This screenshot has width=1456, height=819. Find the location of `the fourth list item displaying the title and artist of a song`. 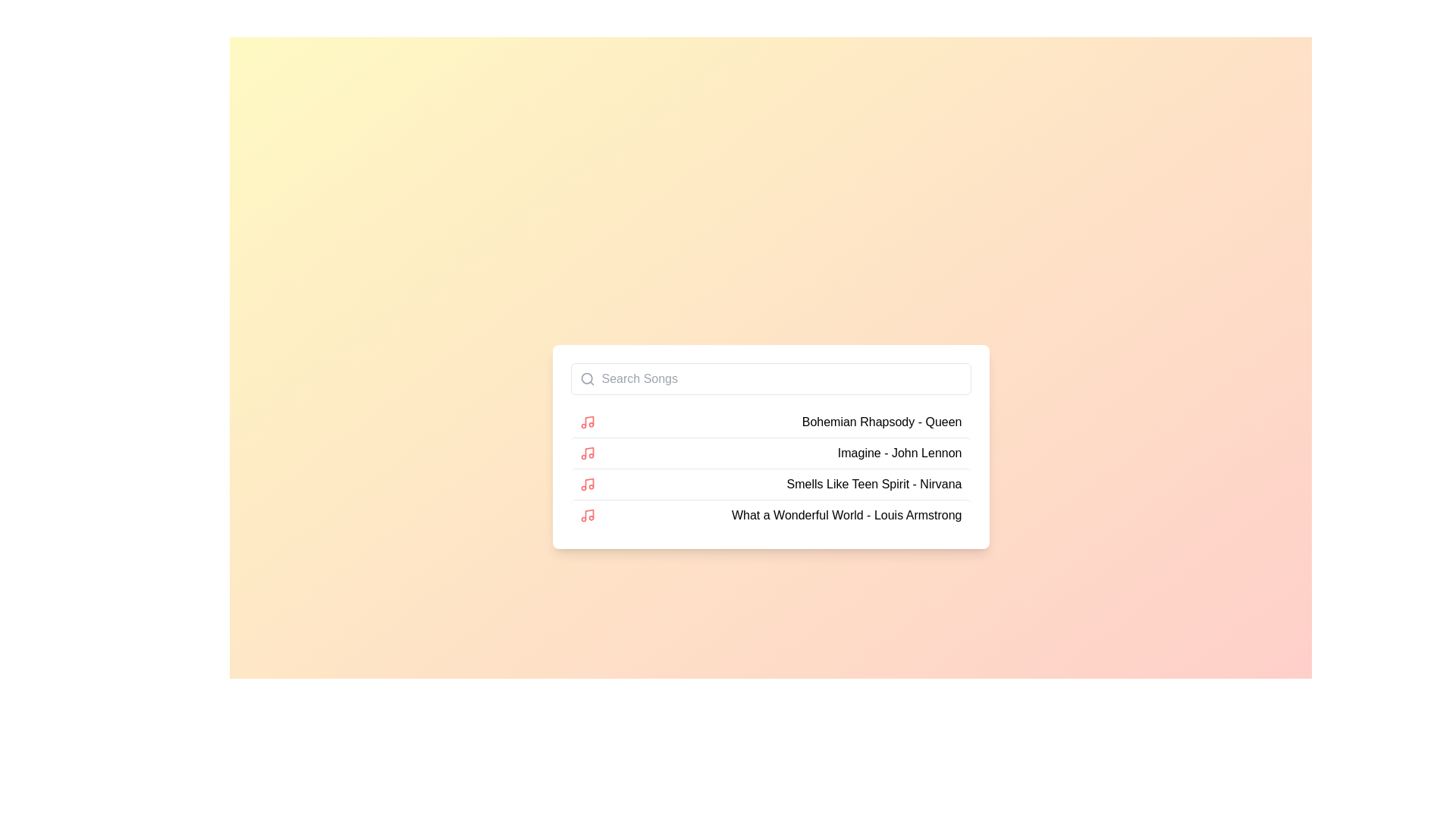

the fourth list item displaying the title and artist of a song is located at coordinates (770, 513).